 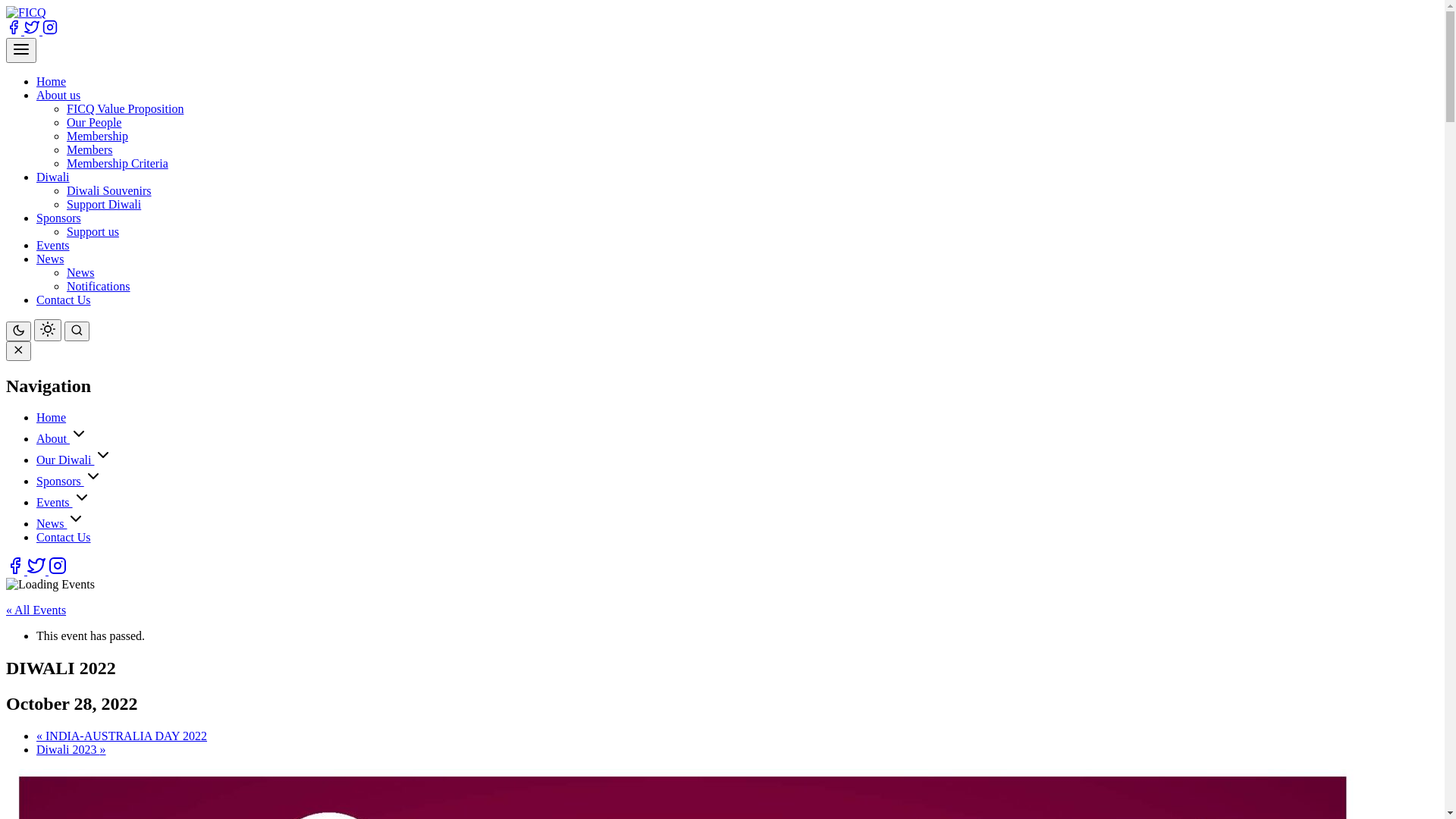 What do you see at coordinates (58, 95) in the screenshot?
I see `'About us'` at bounding box center [58, 95].